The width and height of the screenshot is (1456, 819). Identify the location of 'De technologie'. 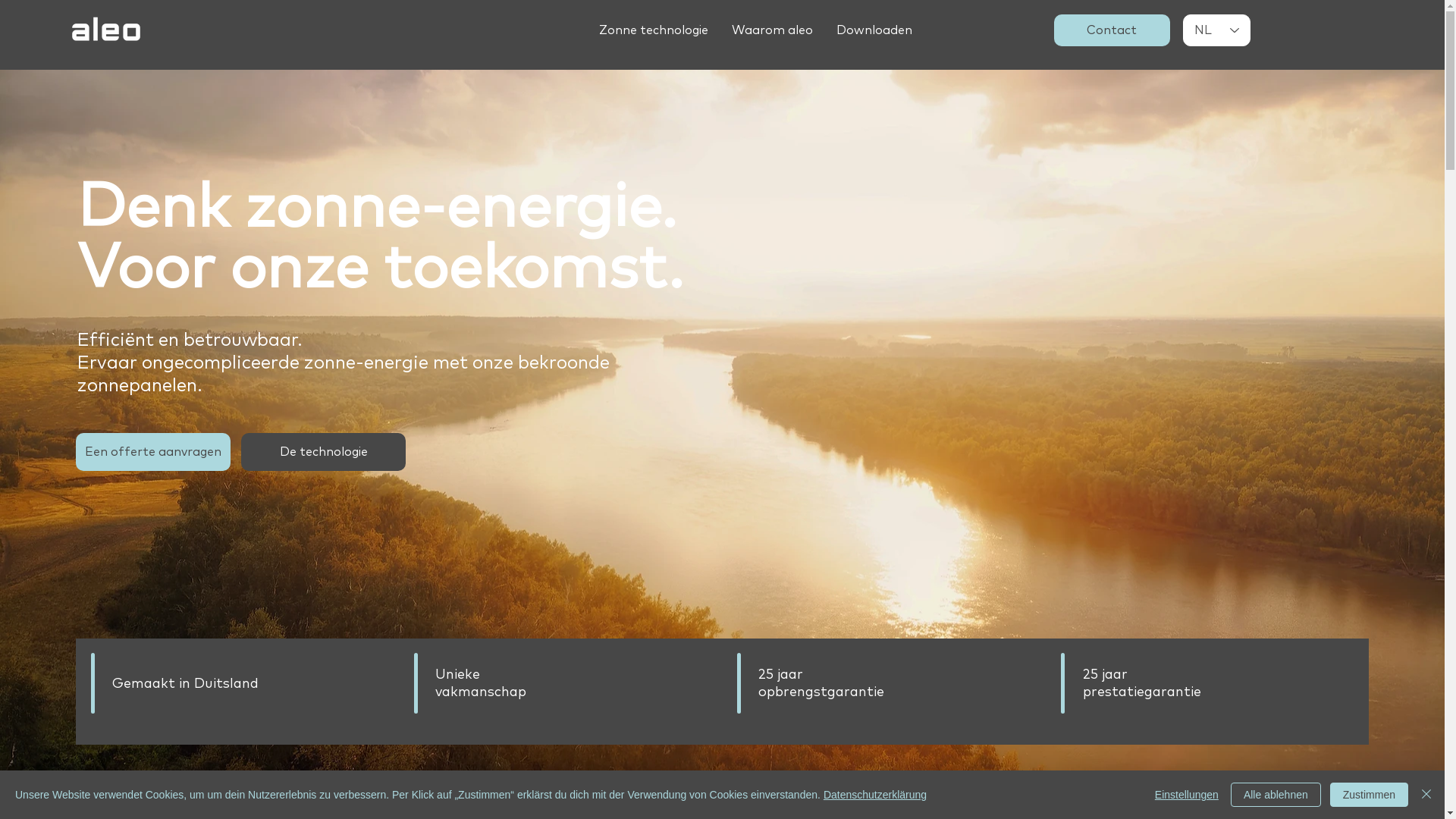
(322, 451).